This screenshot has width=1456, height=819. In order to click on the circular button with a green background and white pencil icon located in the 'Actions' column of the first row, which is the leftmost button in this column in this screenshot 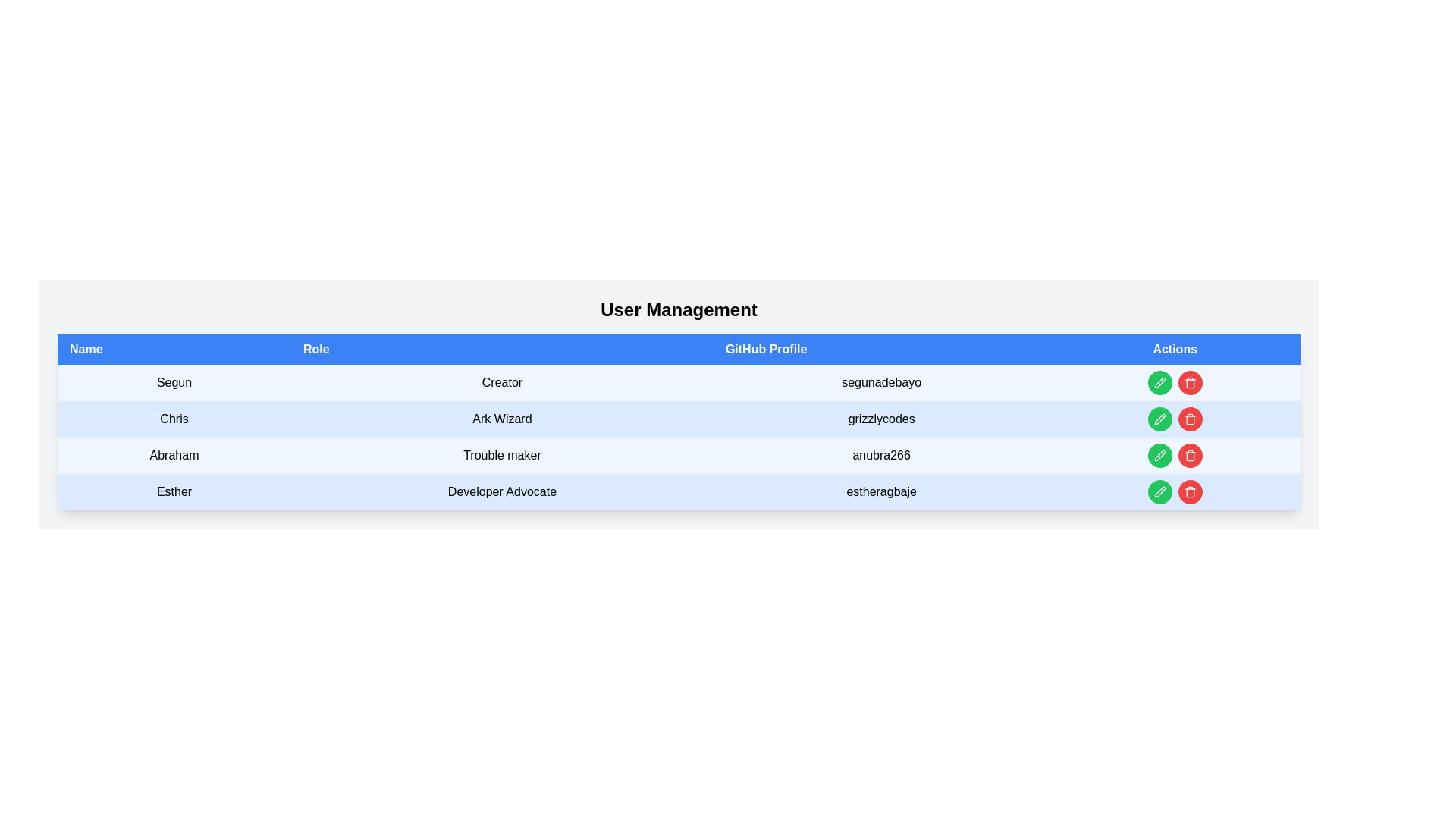, I will do `click(1159, 382)`.